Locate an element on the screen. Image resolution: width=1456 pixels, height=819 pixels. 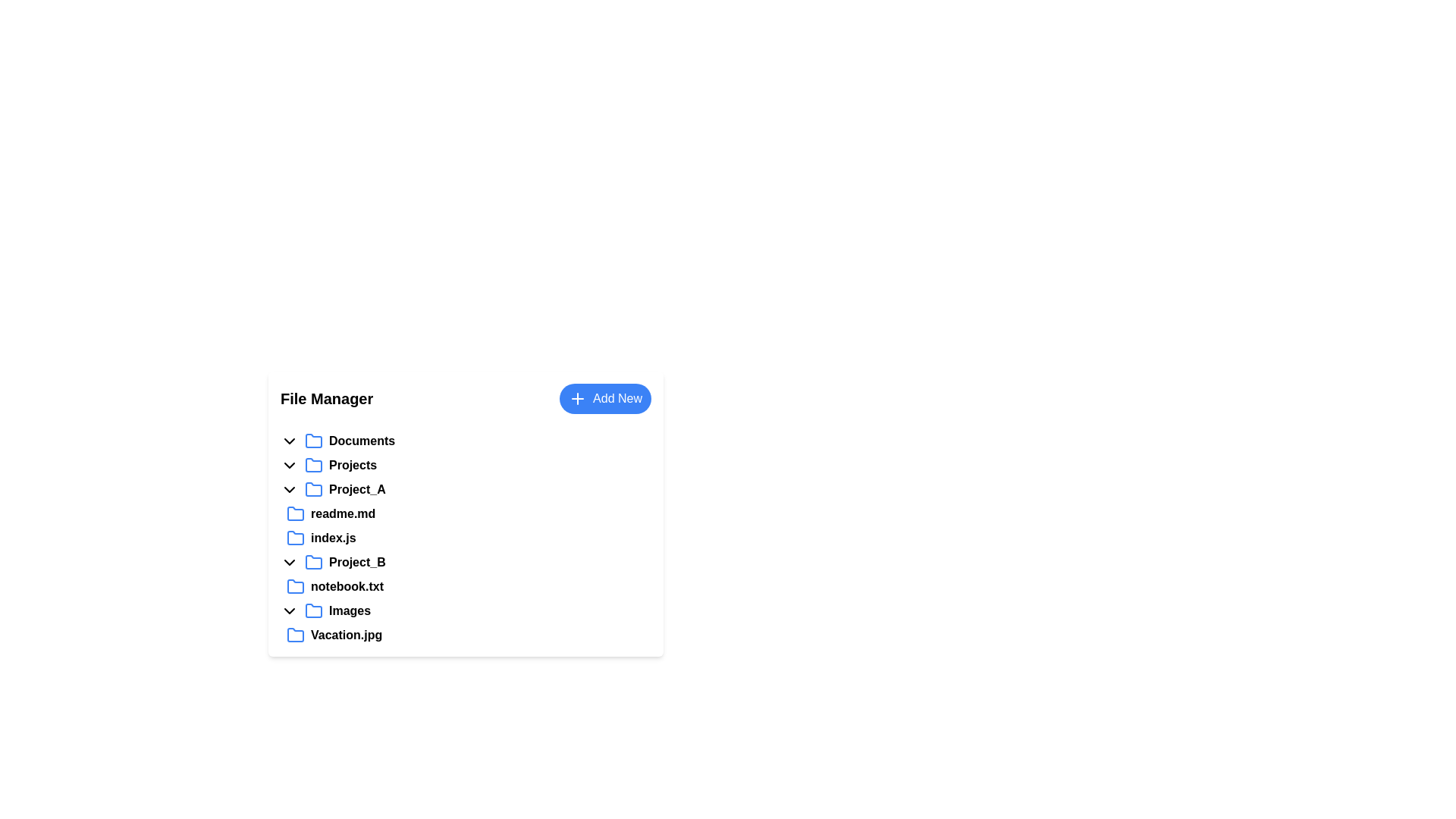
circular blue icon with a white plus sign located to the left of the 'Add New' text in the top-right corner button of the file manager is located at coordinates (577, 397).